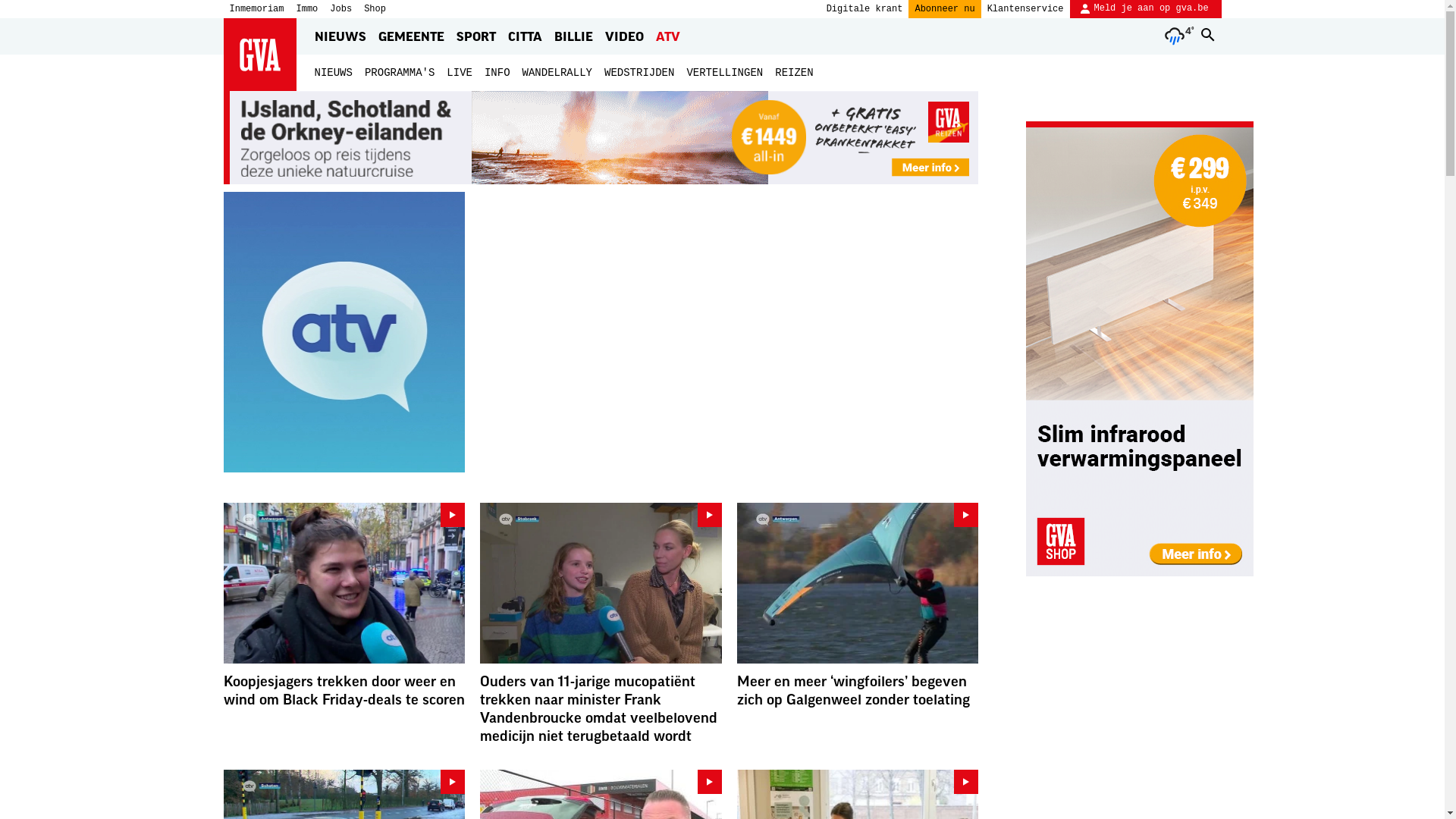 The height and width of the screenshot is (819, 1456). What do you see at coordinates (864, 8) in the screenshot?
I see `'Digitale krant'` at bounding box center [864, 8].